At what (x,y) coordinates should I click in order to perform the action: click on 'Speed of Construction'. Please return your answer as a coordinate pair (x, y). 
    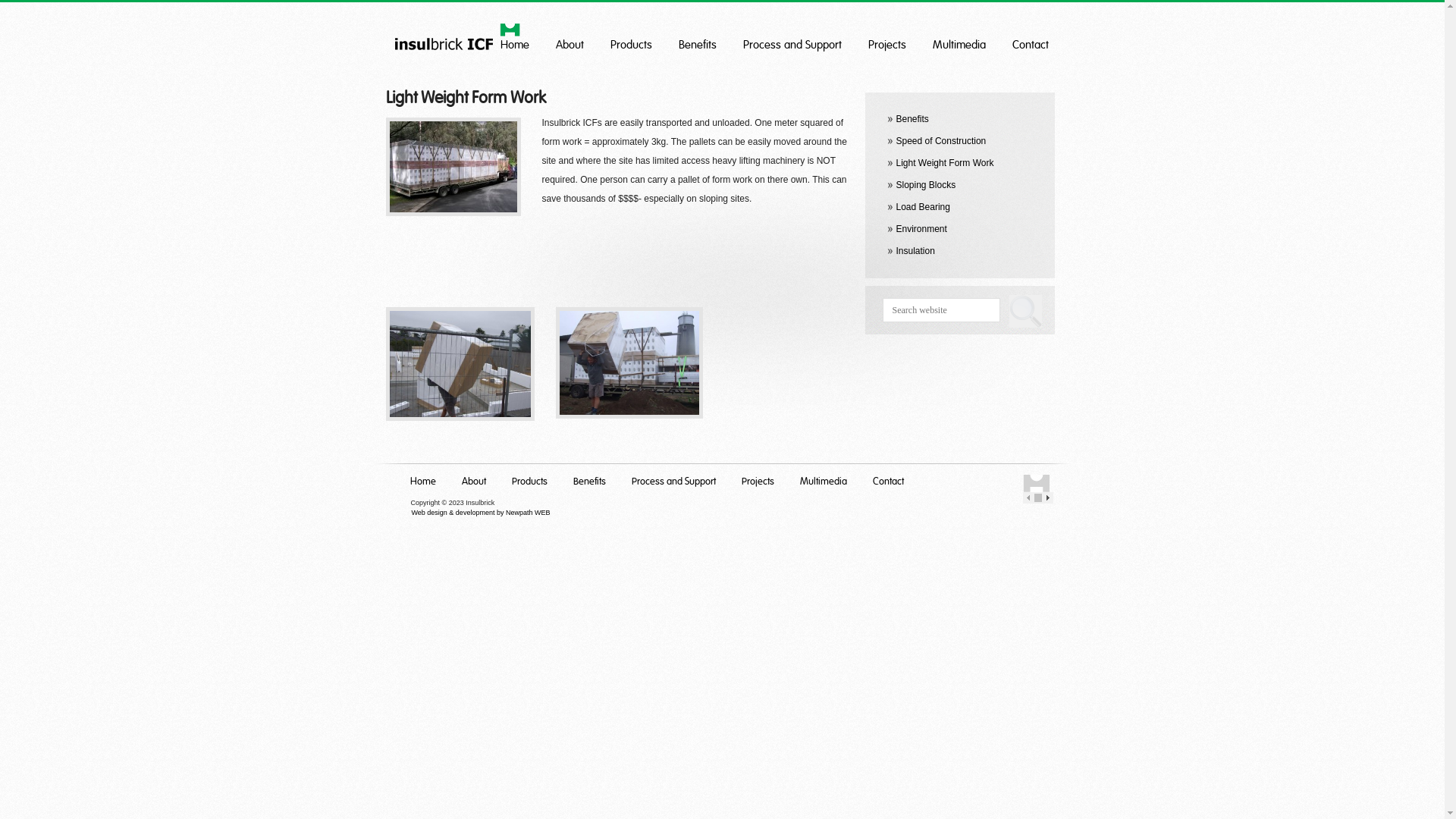
    Looking at the image, I should click on (940, 140).